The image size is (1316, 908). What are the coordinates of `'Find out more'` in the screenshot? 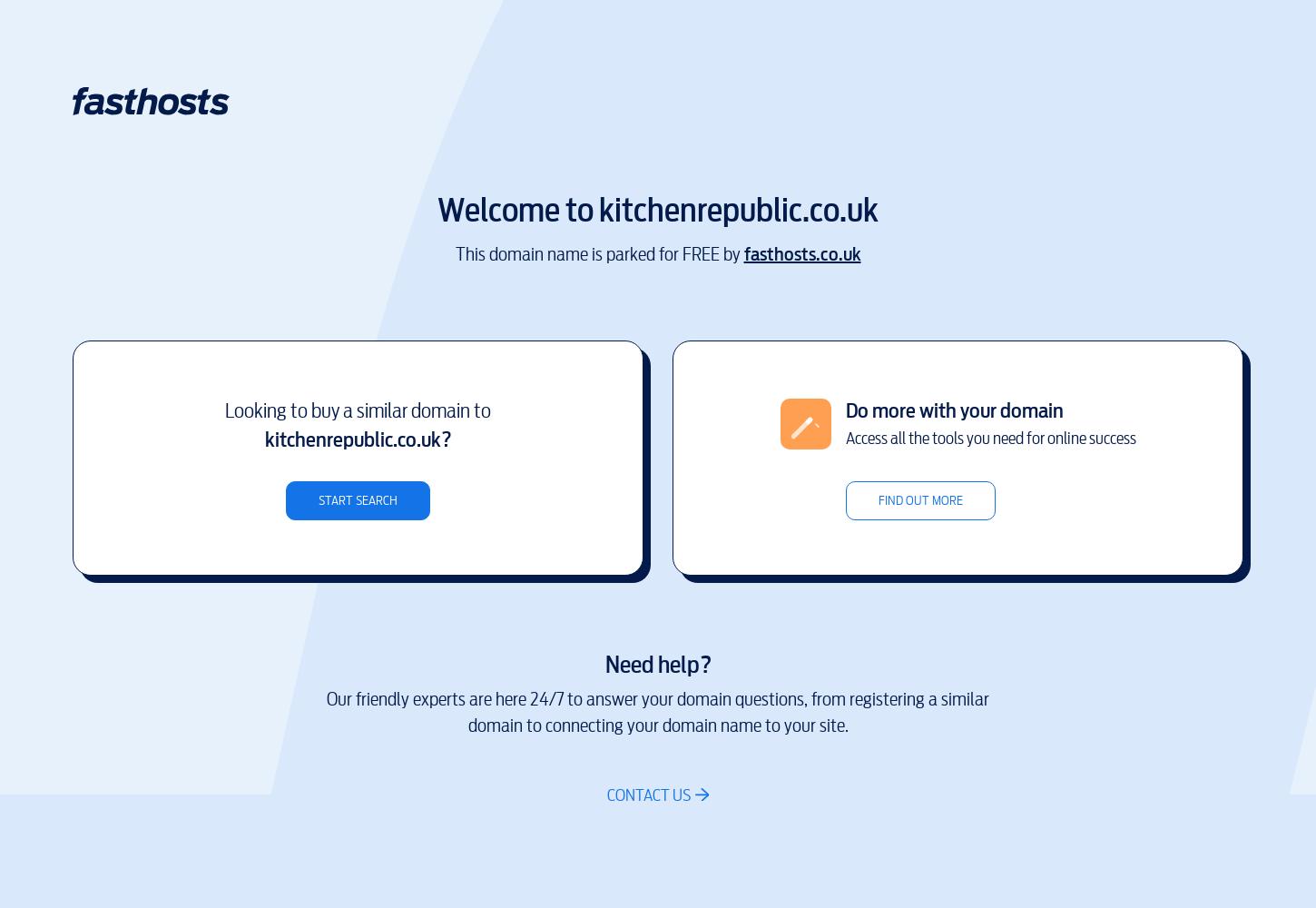 It's located at (919, 499).